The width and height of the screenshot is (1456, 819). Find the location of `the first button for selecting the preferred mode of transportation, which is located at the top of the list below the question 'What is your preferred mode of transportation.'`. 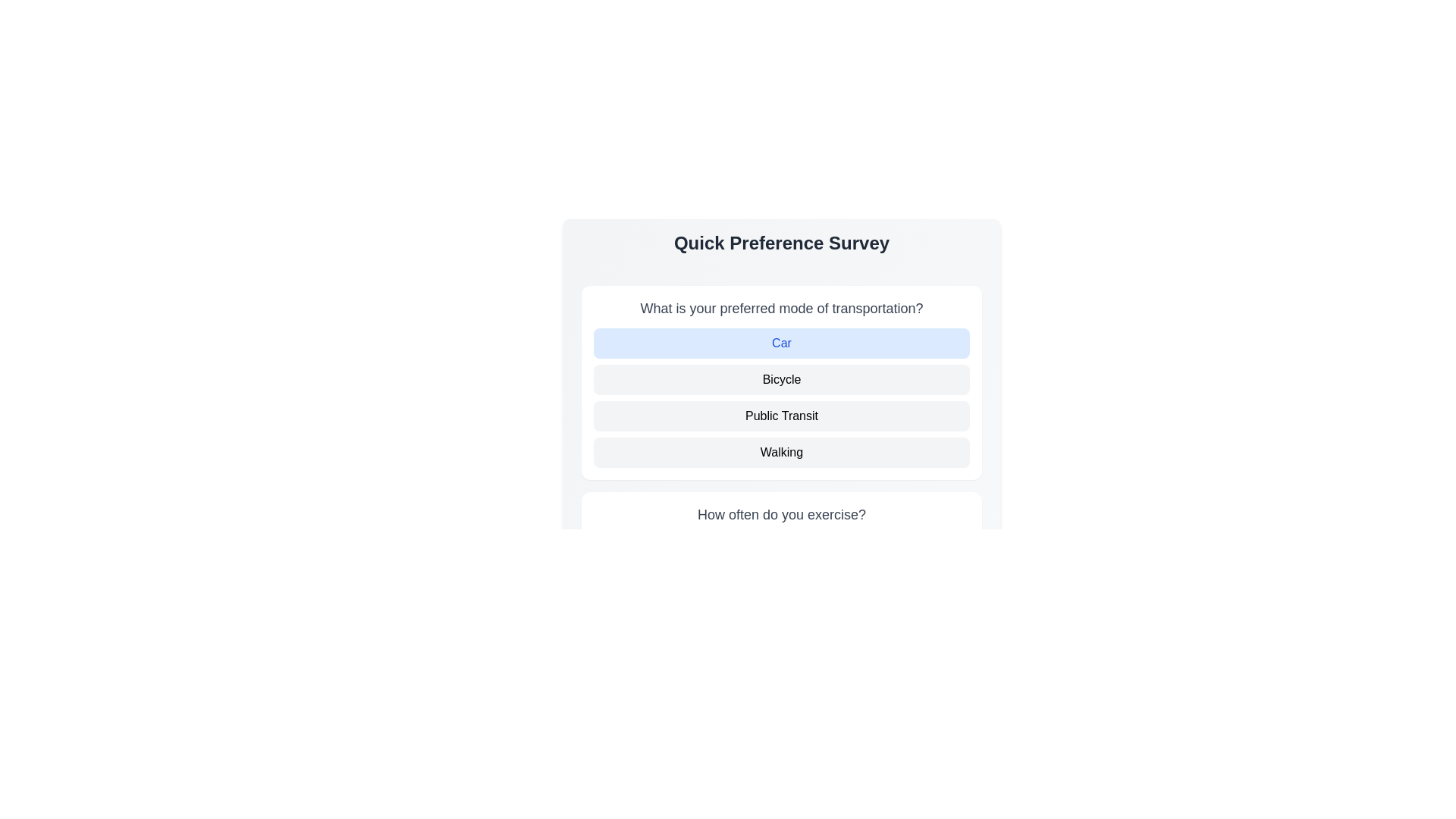

the first button for selecting the preferred mode of transportation, which is located at the top of the list below the question 'What is your preferred mode of transportation.' is located at coordinates (782, 343).